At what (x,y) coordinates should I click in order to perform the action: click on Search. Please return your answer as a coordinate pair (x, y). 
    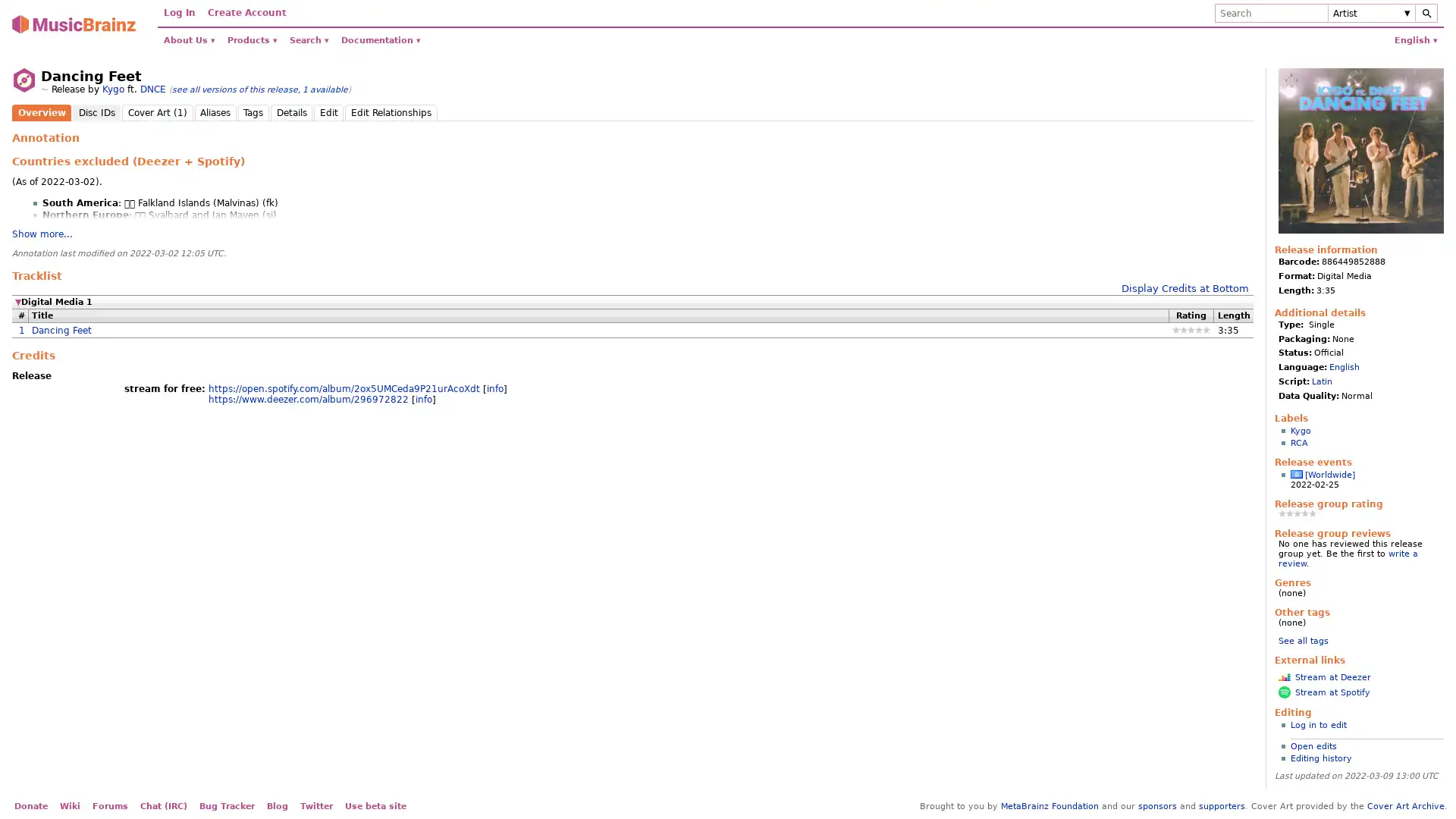
    Looking at the image, I should click on (1426, 13).